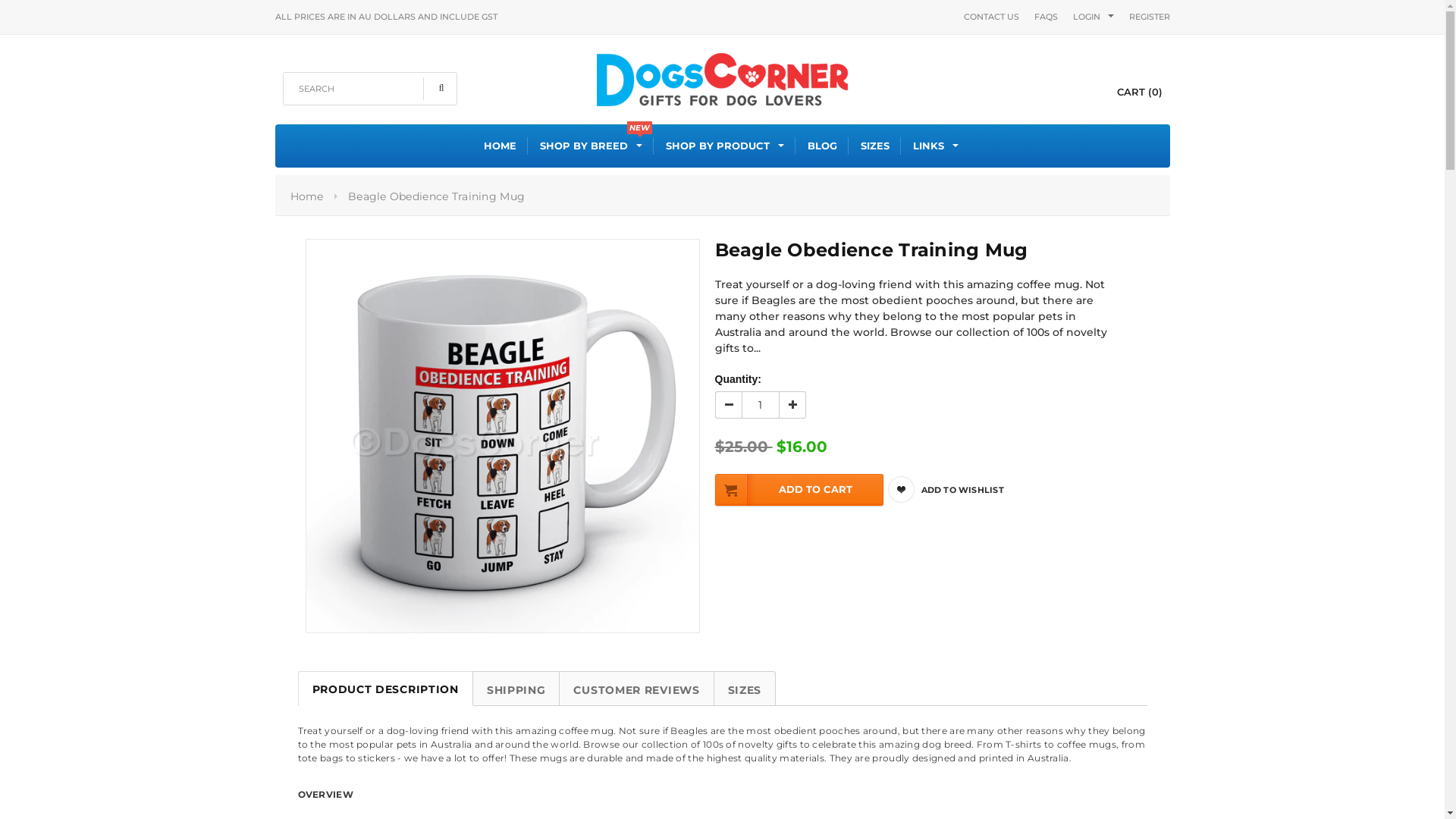 The image size is (1456, 819). I want to click on 'Search', so click(422, 88).